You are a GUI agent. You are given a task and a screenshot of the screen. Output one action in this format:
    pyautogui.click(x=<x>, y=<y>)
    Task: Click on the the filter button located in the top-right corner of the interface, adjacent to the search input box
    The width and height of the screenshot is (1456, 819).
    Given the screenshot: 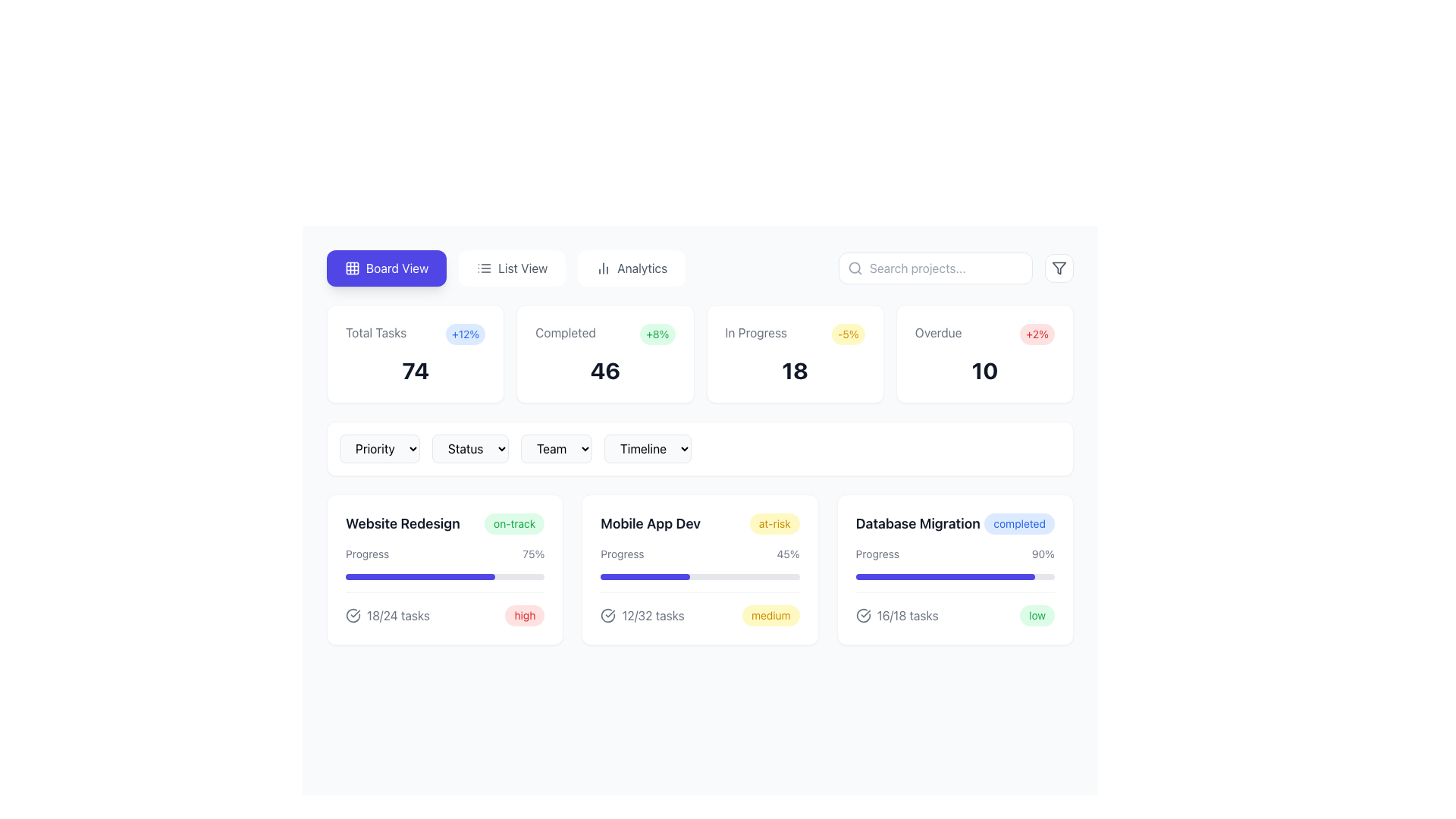 What is the action you would take?
    pyautogui.click(x=955, y=268)
    